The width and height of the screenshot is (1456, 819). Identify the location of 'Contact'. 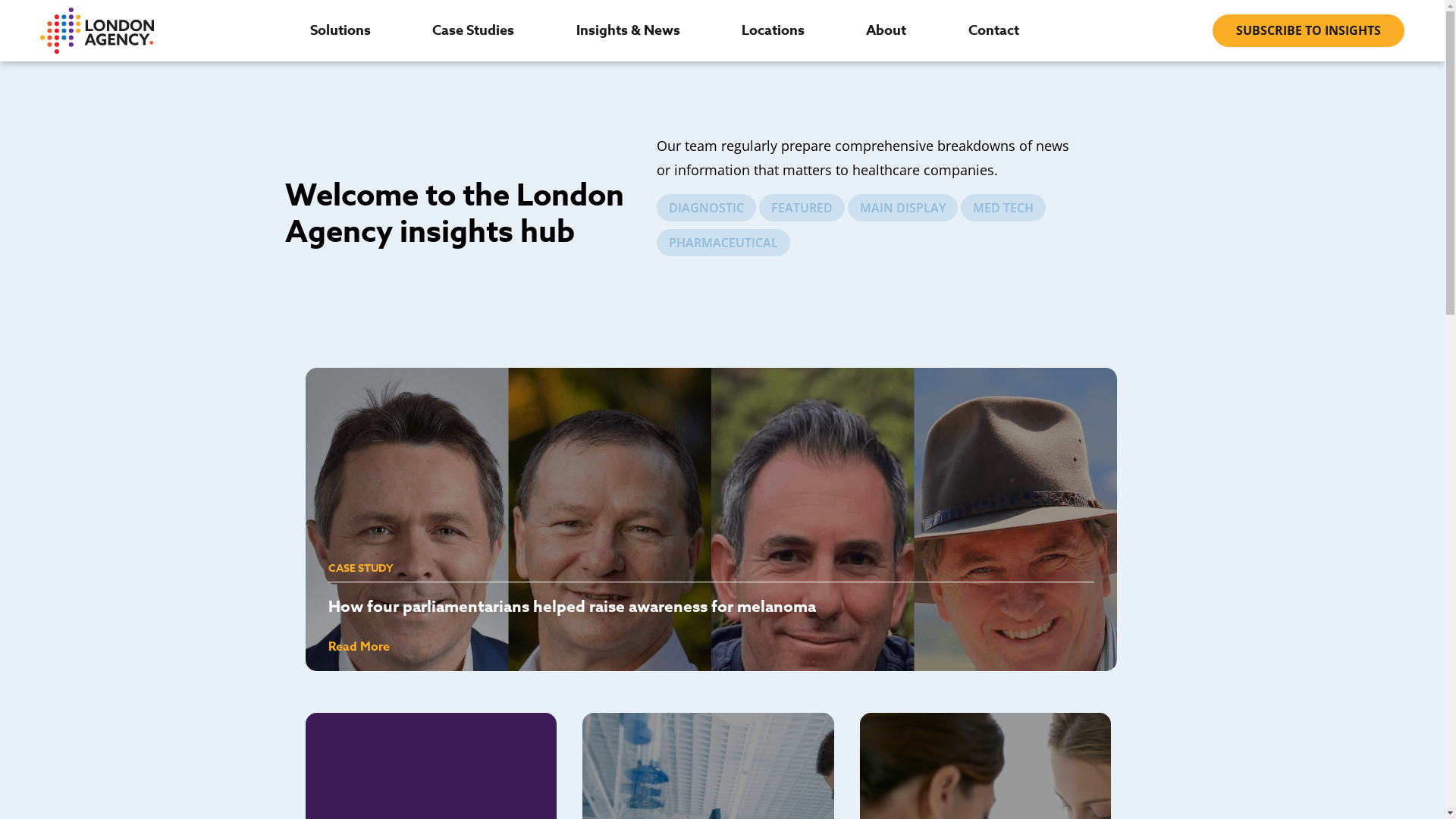
(967, 30).